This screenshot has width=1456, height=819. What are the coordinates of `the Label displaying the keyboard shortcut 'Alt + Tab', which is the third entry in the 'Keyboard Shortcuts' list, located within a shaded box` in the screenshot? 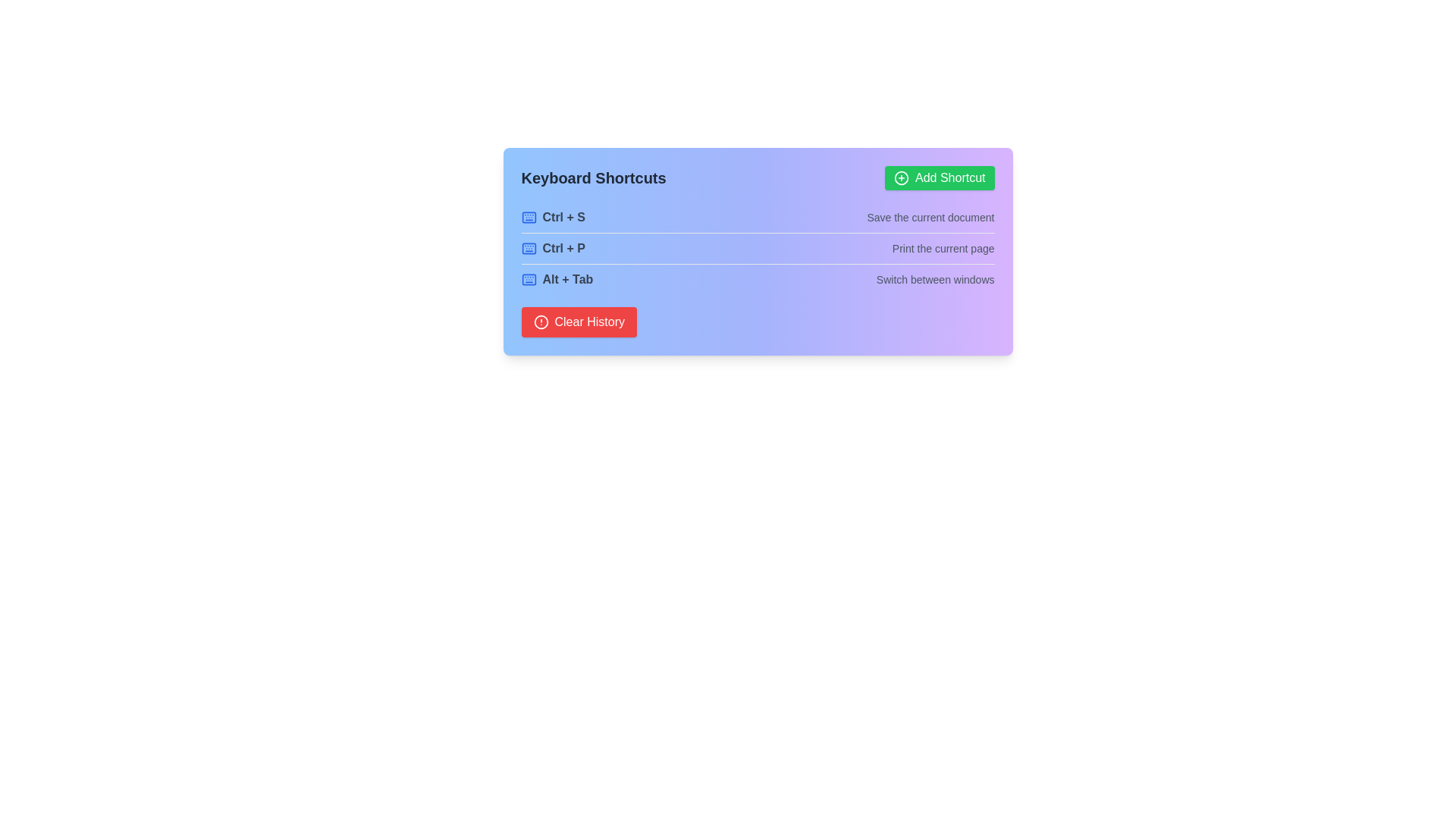 It's located at (556, 280).